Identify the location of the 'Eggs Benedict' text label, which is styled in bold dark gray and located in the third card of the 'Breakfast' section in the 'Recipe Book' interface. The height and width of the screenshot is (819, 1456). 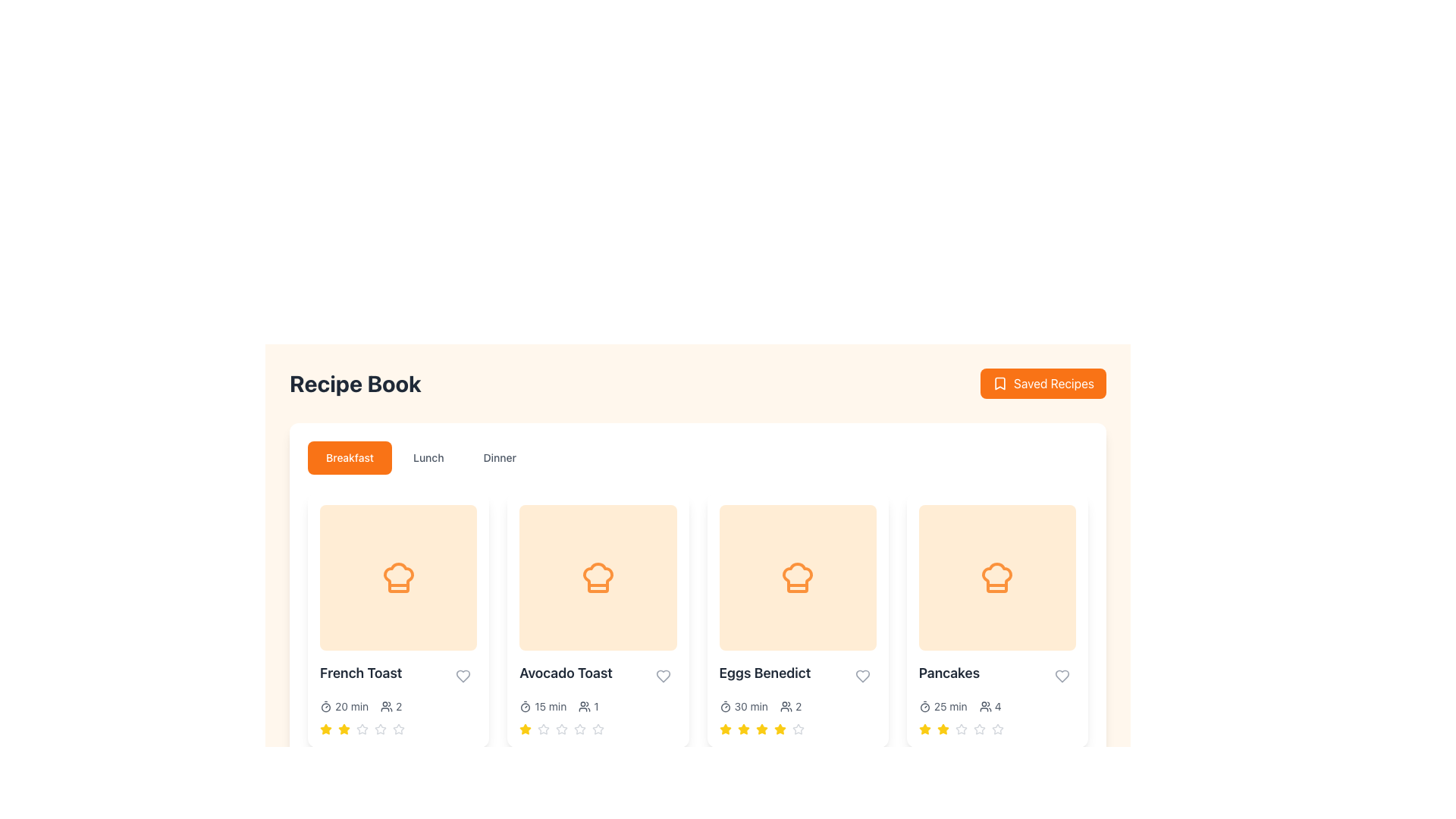
(797, 675).